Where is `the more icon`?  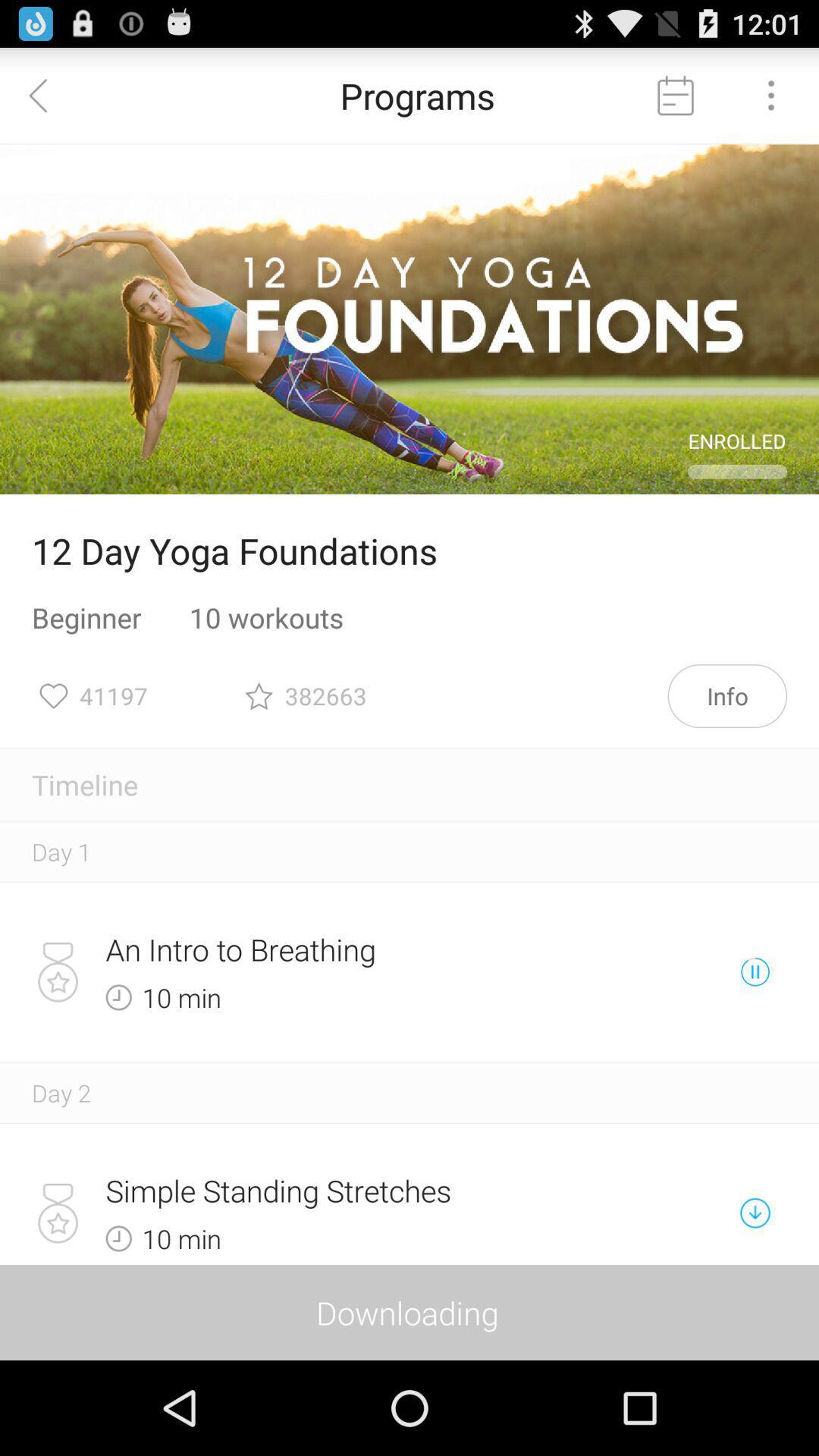
the more icon is located at coordinates (771, 101).